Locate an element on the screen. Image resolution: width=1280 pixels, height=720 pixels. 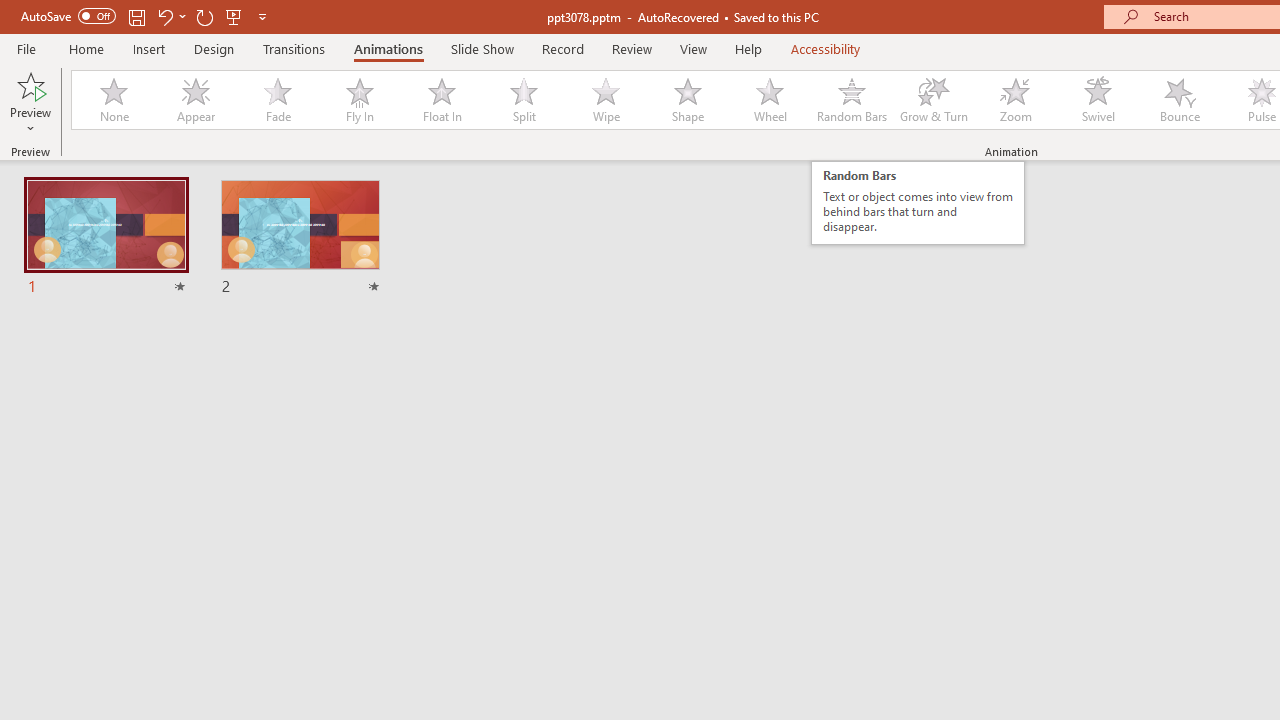
'Fade' is located at coordinates (276, 100).